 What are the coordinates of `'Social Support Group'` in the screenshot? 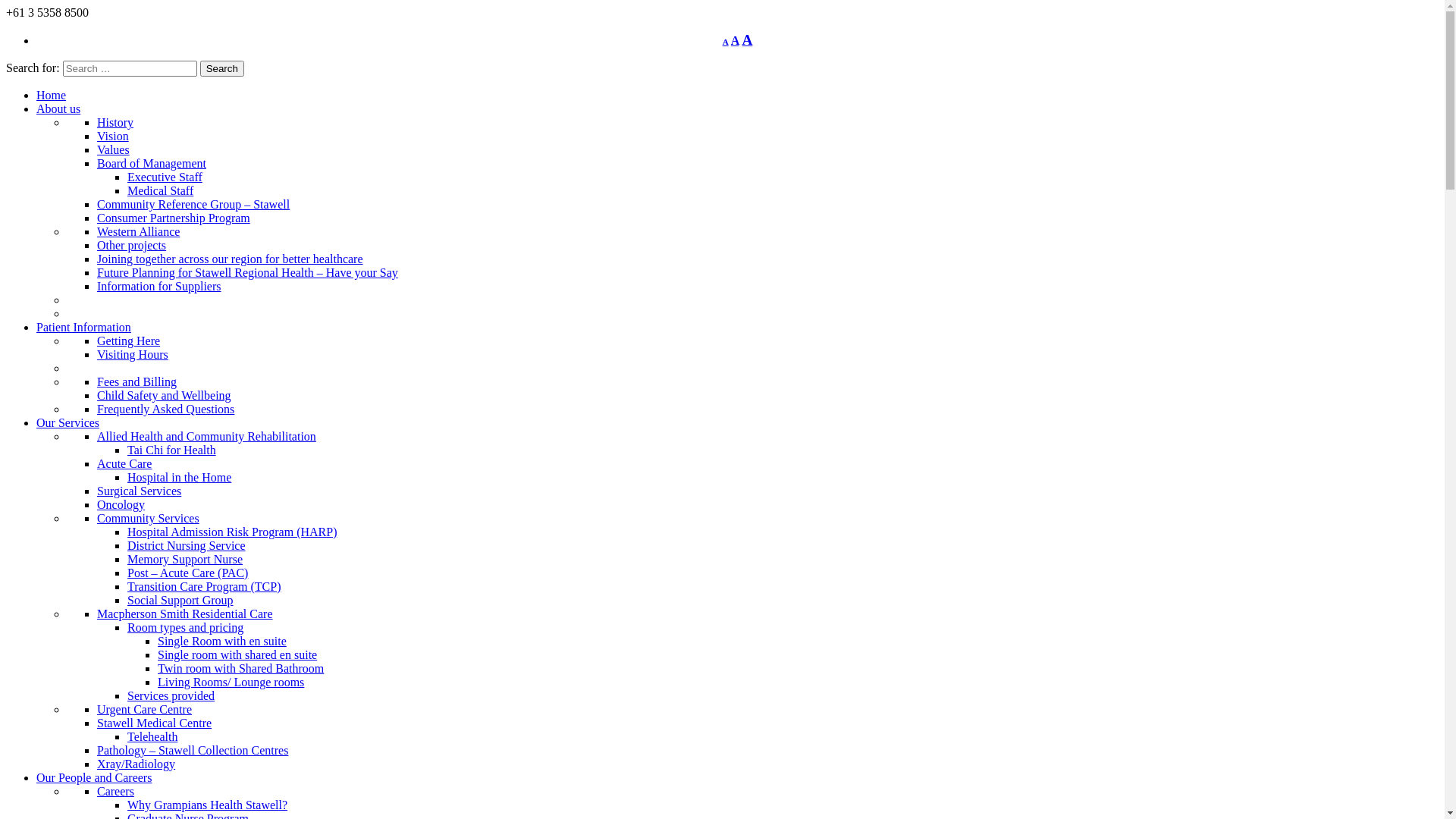 It's located at (127, 599).